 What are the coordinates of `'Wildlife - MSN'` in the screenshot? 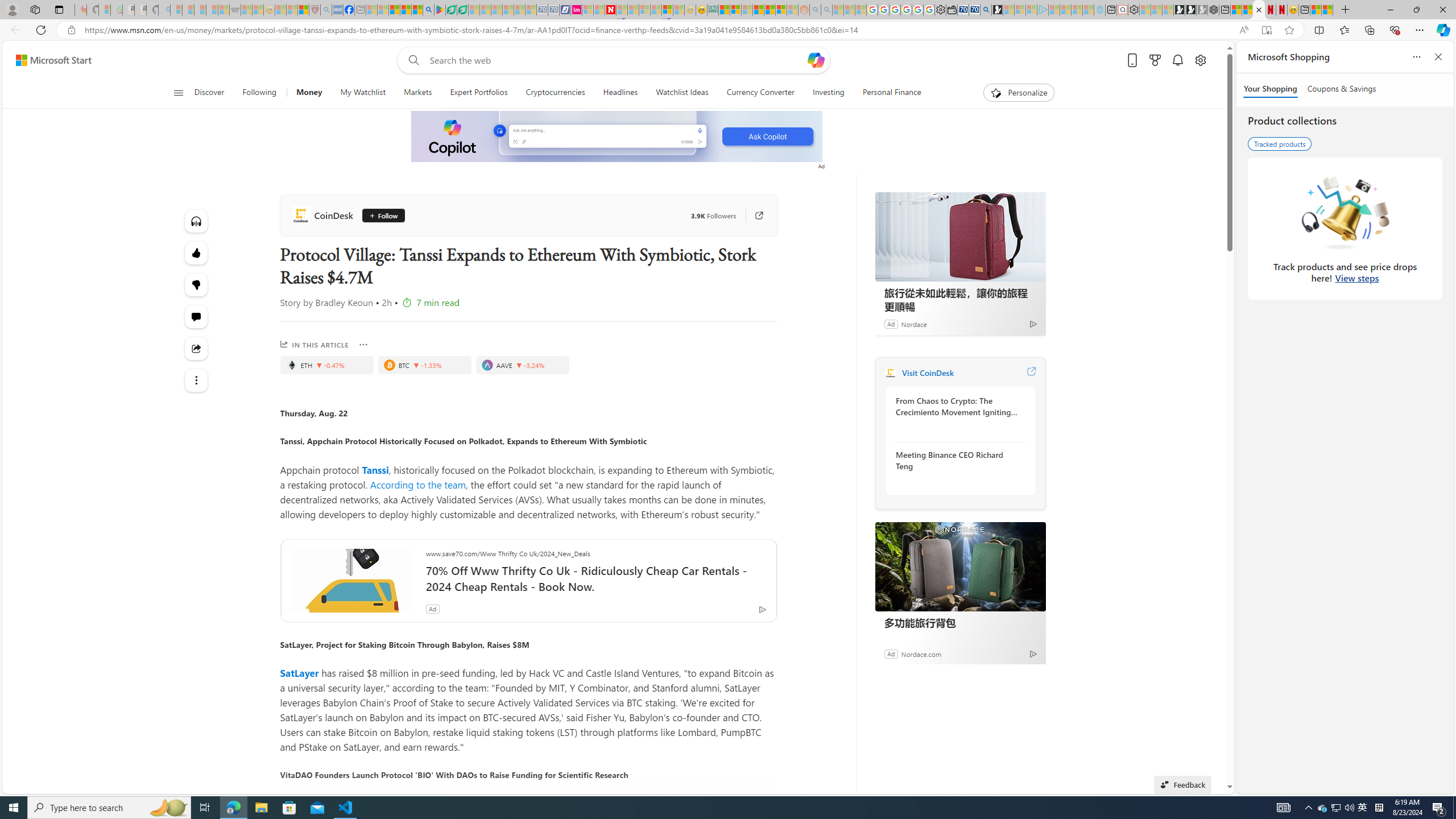 It's located at (1314, 9).